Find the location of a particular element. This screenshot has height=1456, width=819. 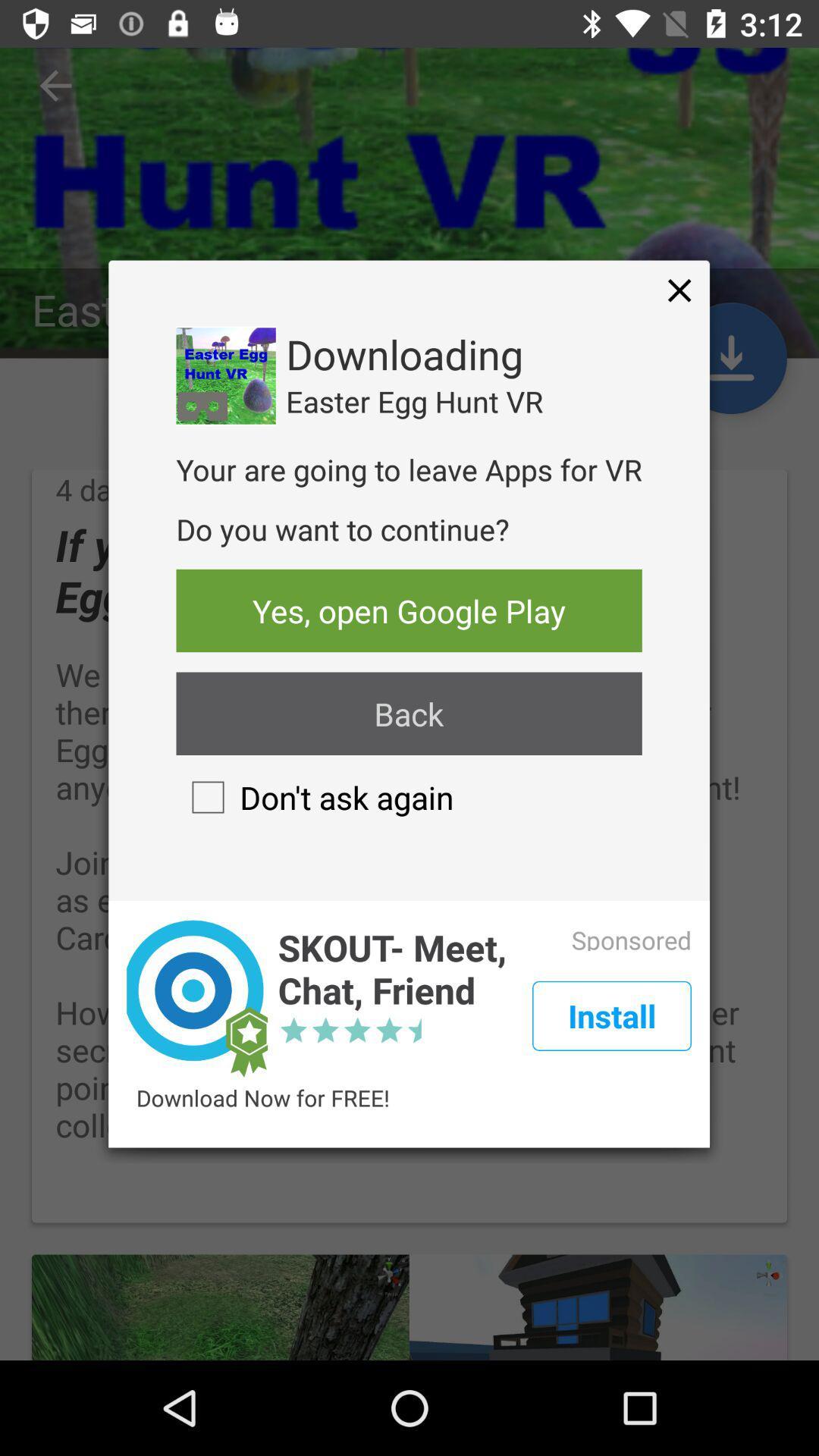

the don t ask icon is located at coordinates (314, 796).